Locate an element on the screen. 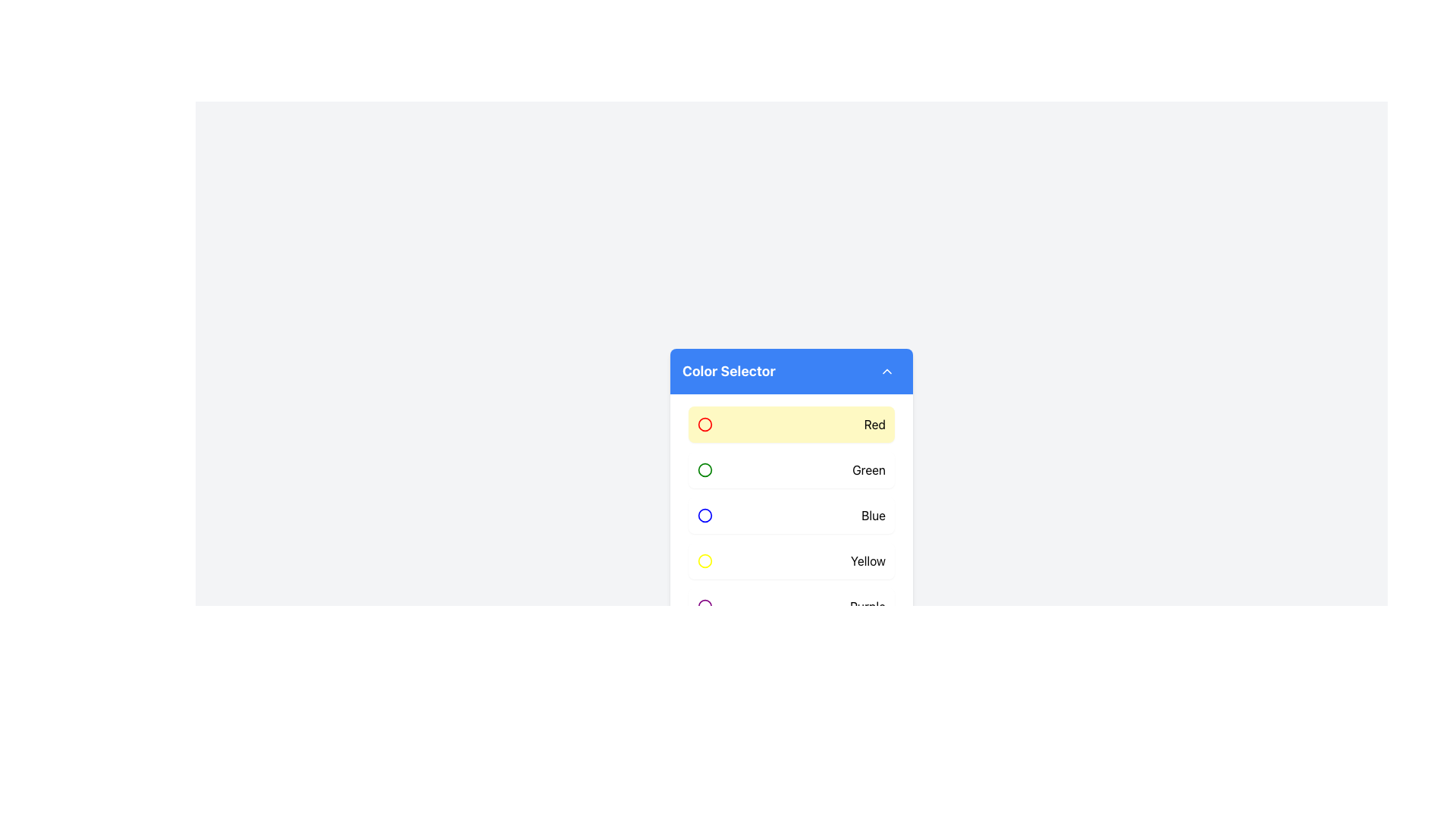  the Text Label that indicates the color represented by the associated graphic element to its left, which symbolizes the color blue is located at coordinates (874, 514).